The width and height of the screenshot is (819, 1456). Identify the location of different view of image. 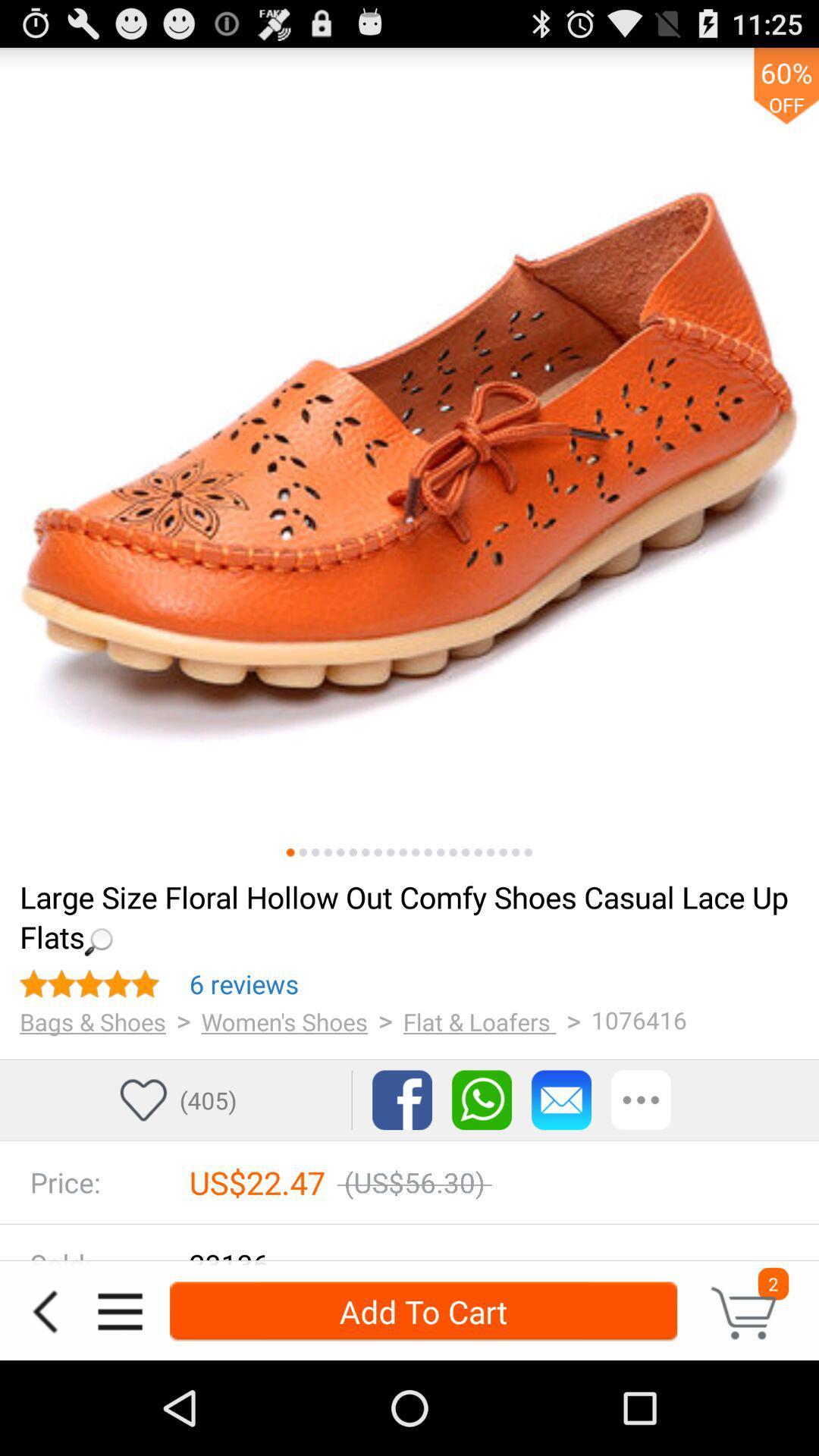
(402, 852).